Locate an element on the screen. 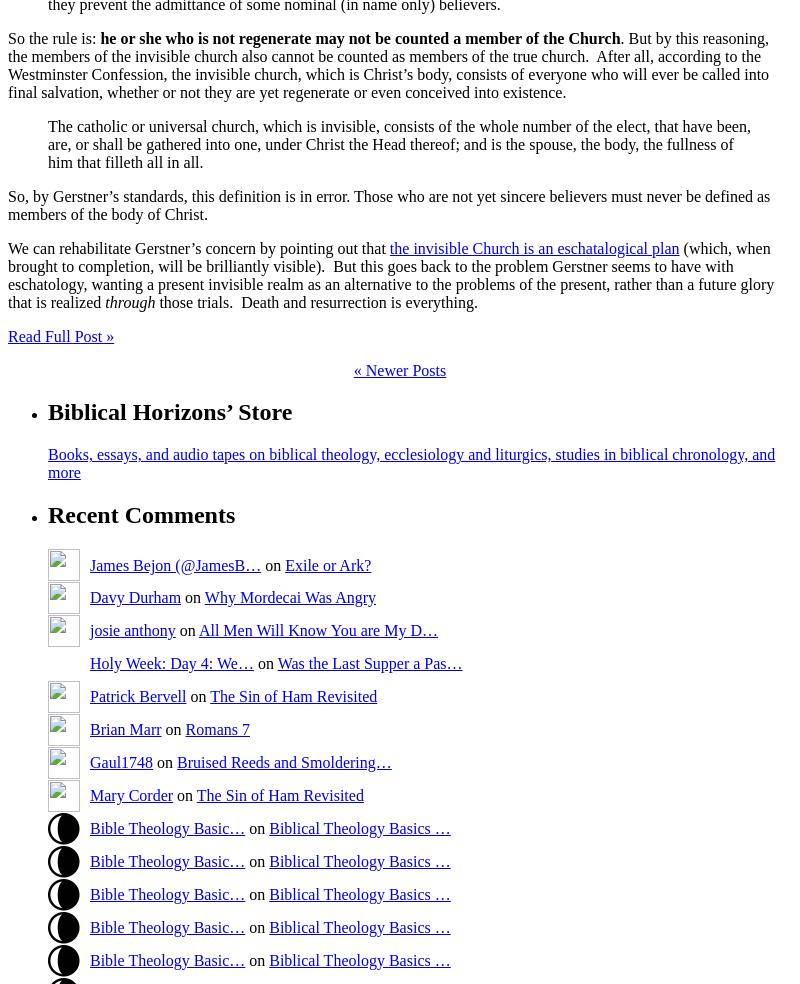 This screenshot has height=984, width=800. 'Why Mordecai Was Angry' is located at coordinates (290, 595).